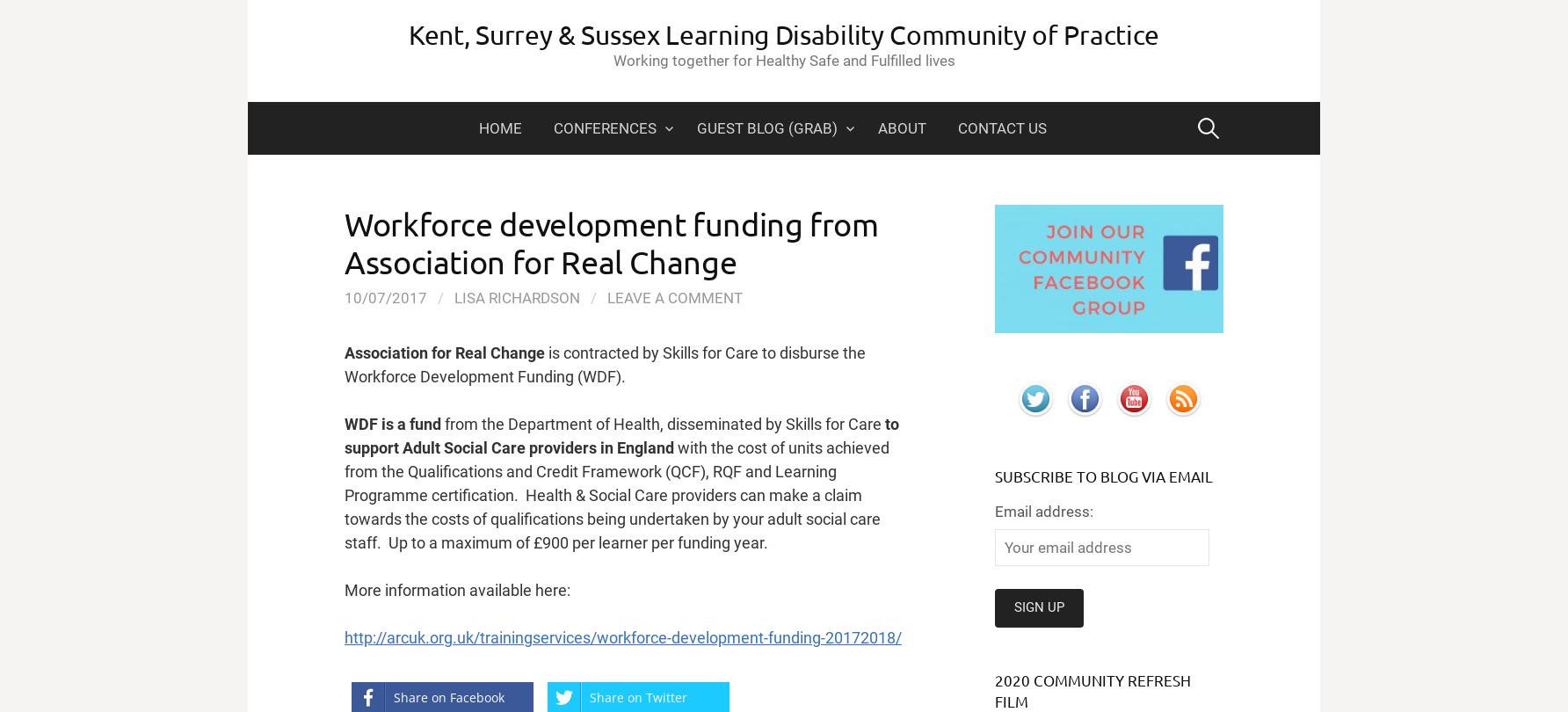 The height and width of the screenshot is (712, 1568). I want to click on 'providers in England', so click(527, 447).